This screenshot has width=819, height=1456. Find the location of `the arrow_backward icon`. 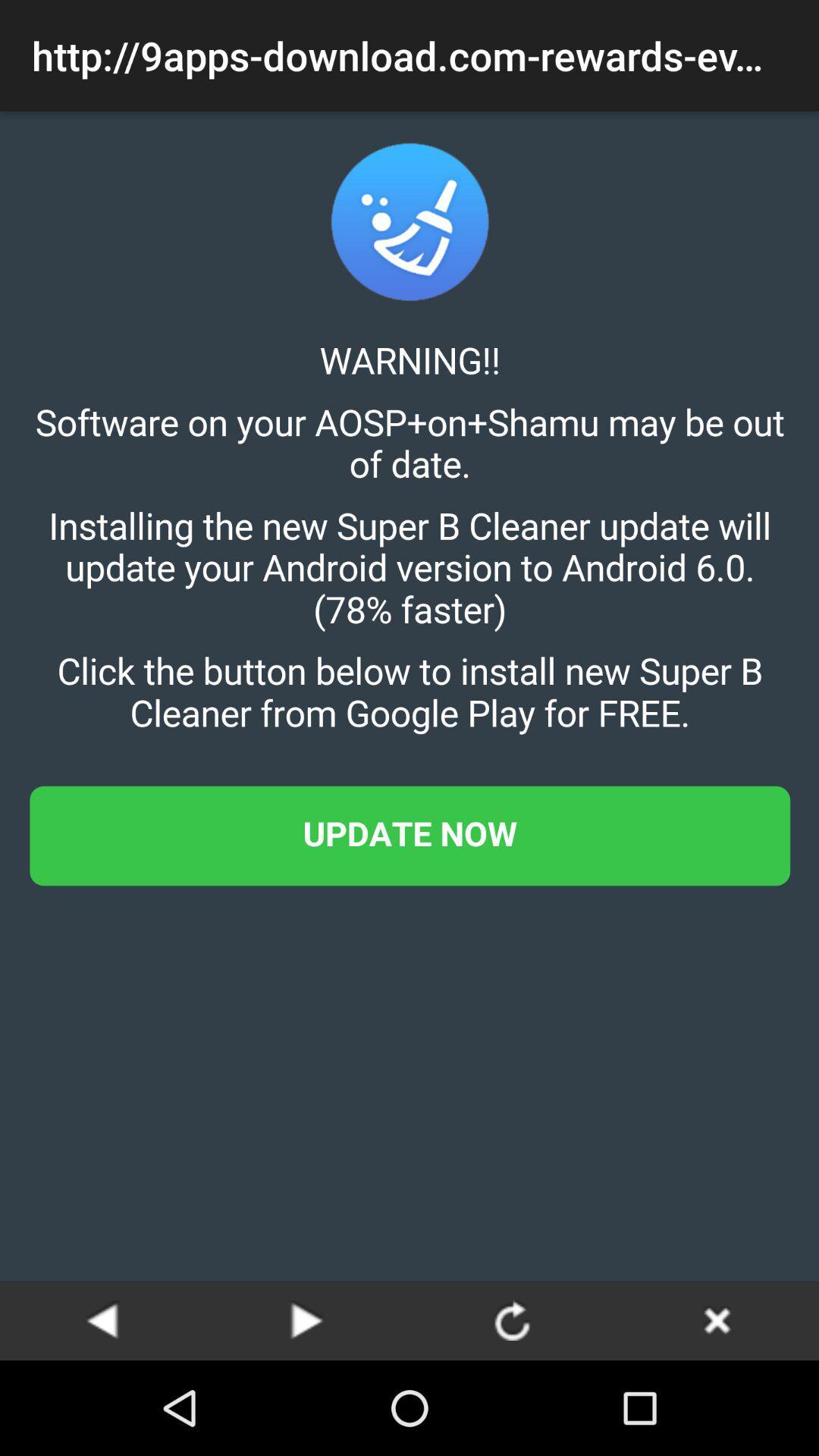

the arrow_backward icon is located at coordinates (102, 1319).